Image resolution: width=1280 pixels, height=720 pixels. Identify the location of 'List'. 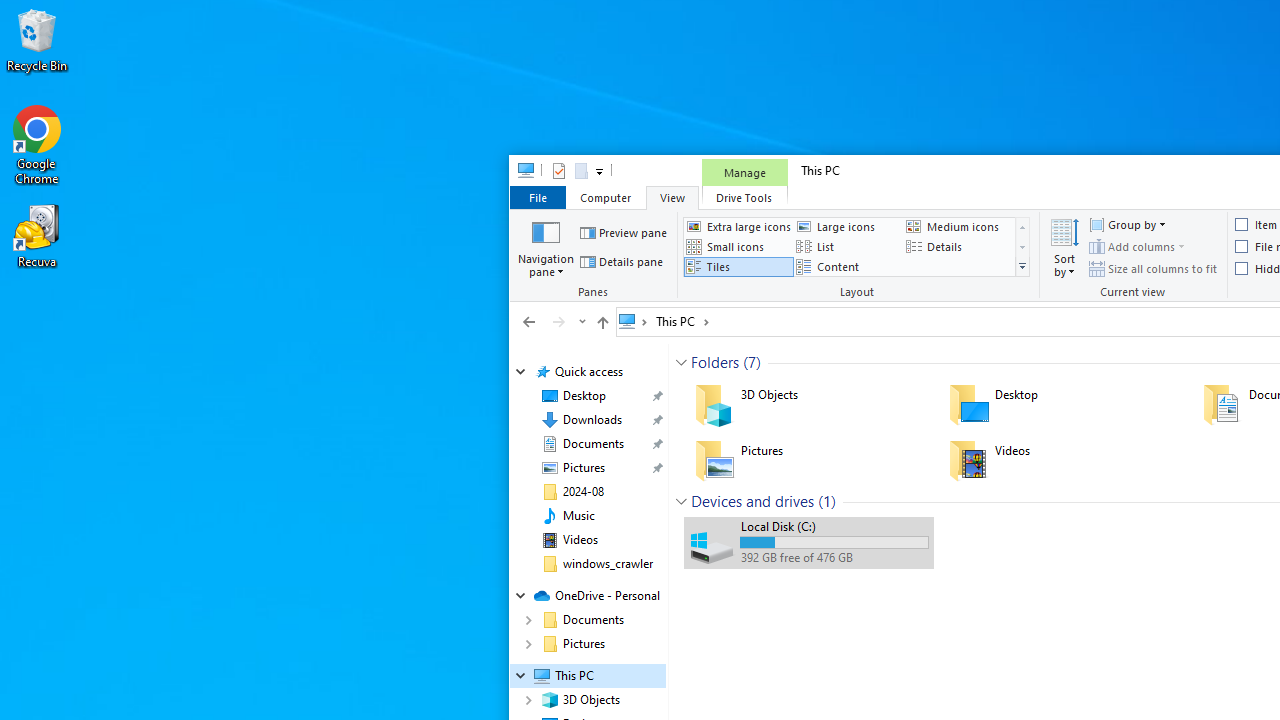
(848, 245).